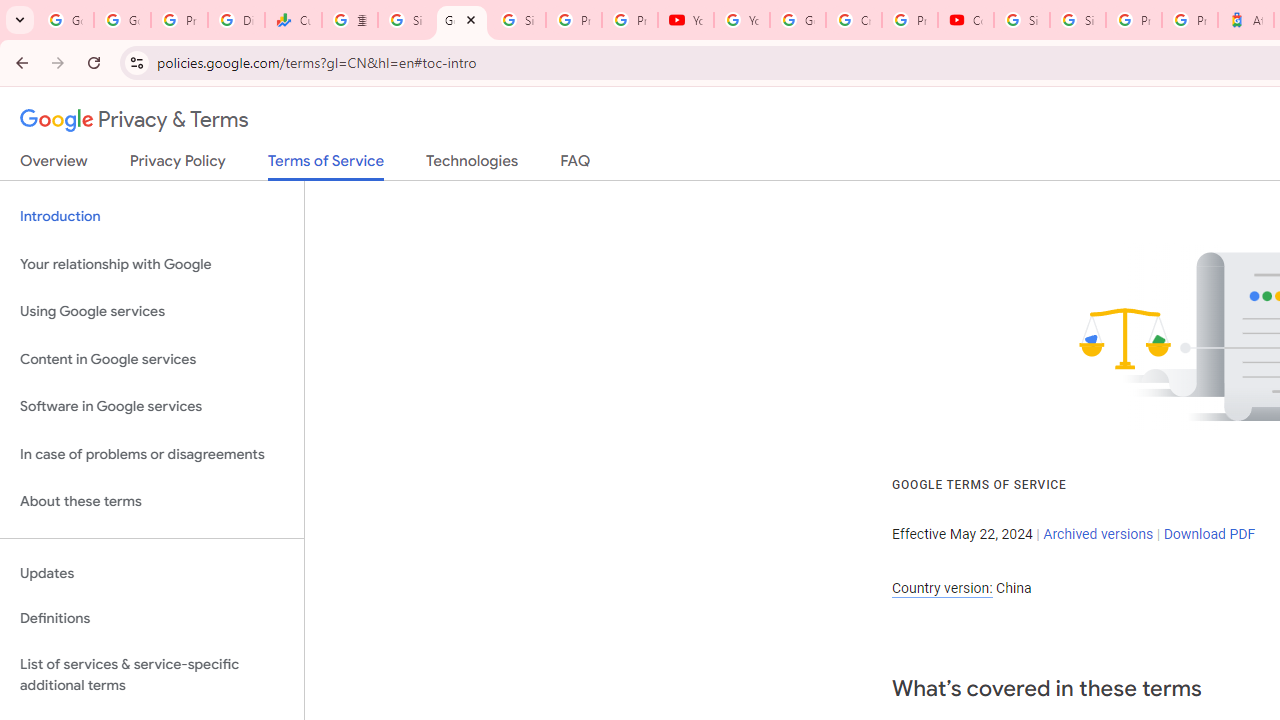 Image resolution: width=1280 pixels, height=720 pixels. Describe the element at coordinates (151, 358) in the screenshot. I see `'Content in Google services'` at that location.